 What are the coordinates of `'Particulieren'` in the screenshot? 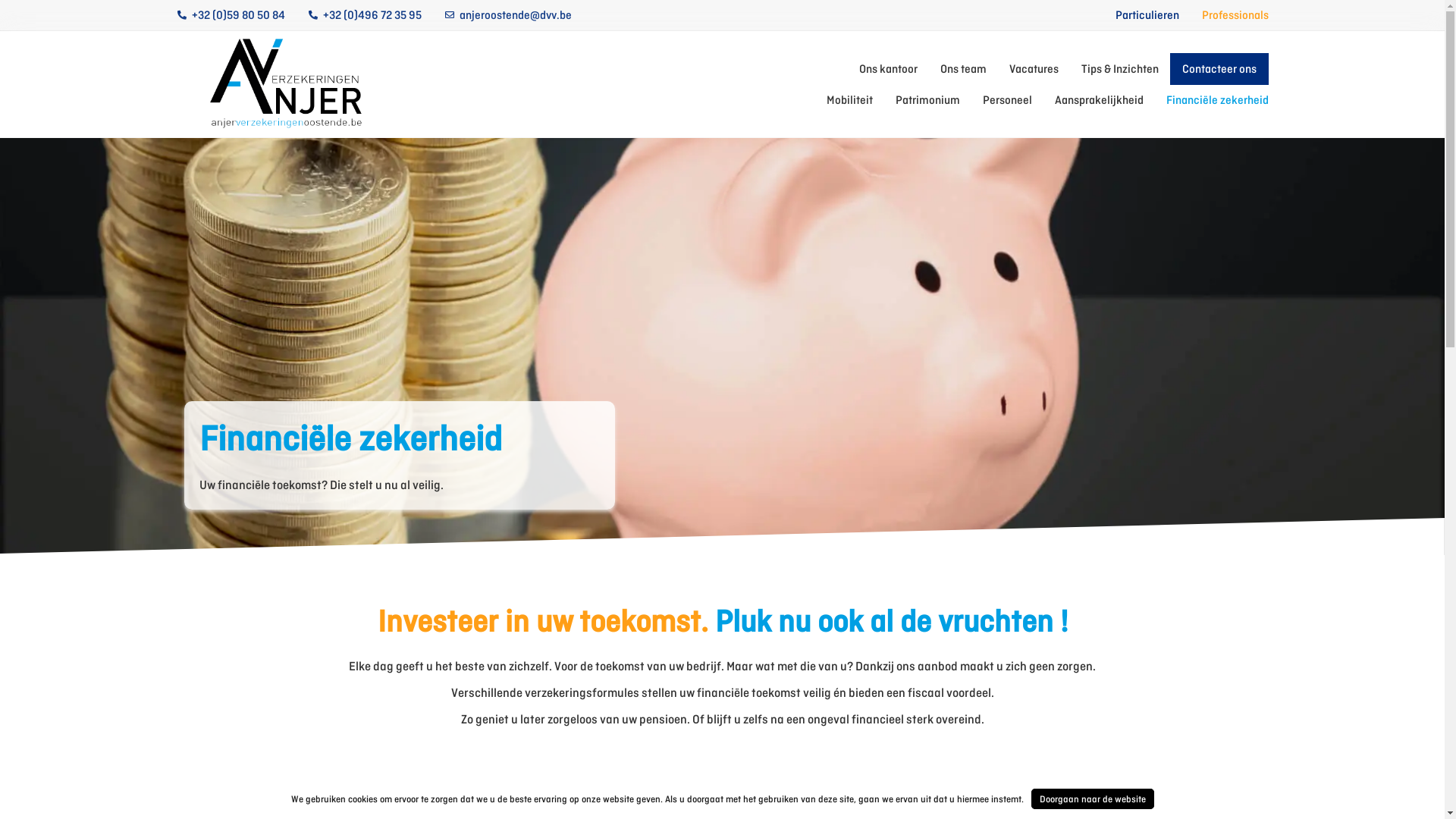 It's located at (1147, 14).